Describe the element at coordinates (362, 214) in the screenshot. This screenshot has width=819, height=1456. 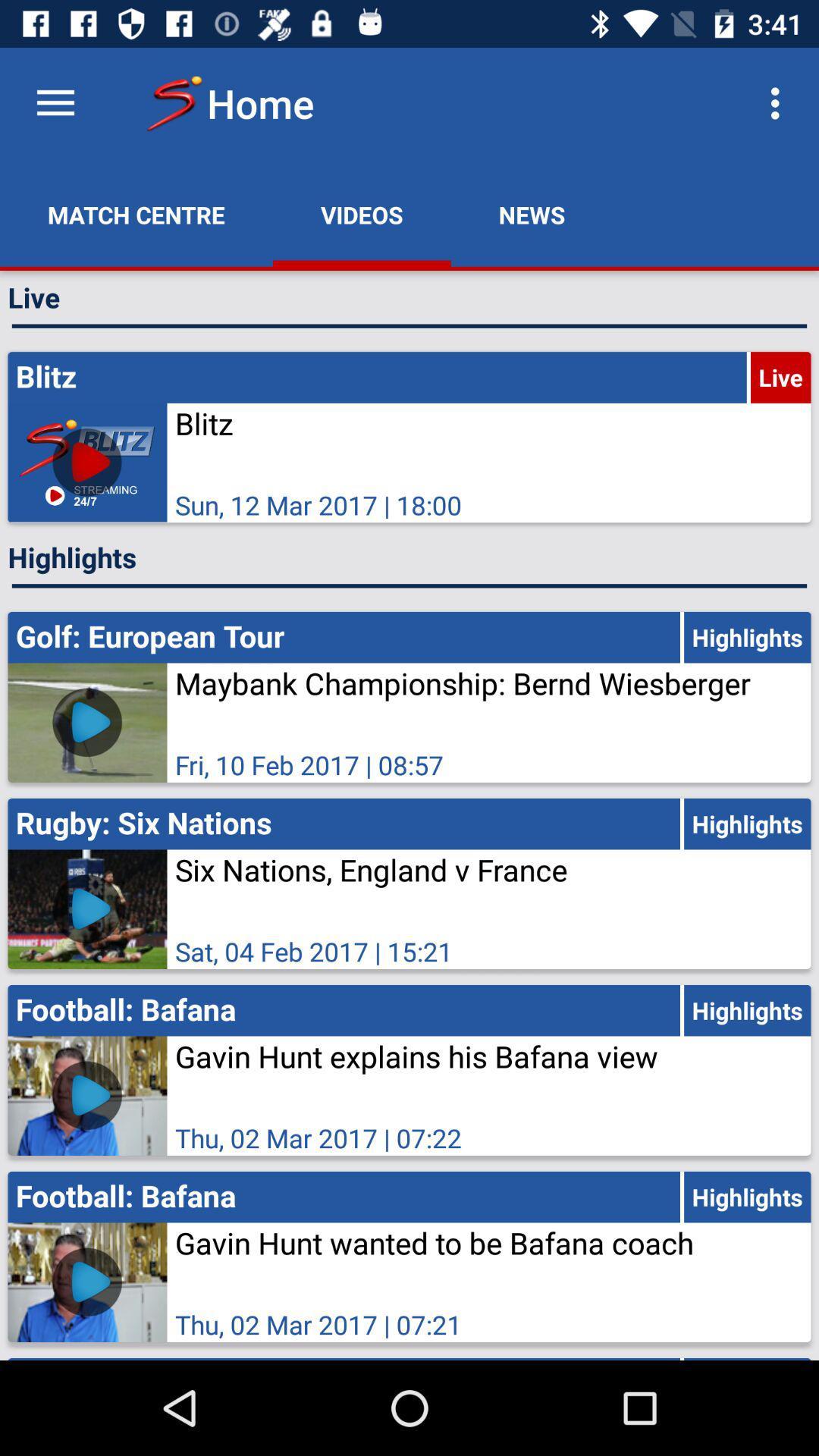
I see `the app to the left of news` at that location.